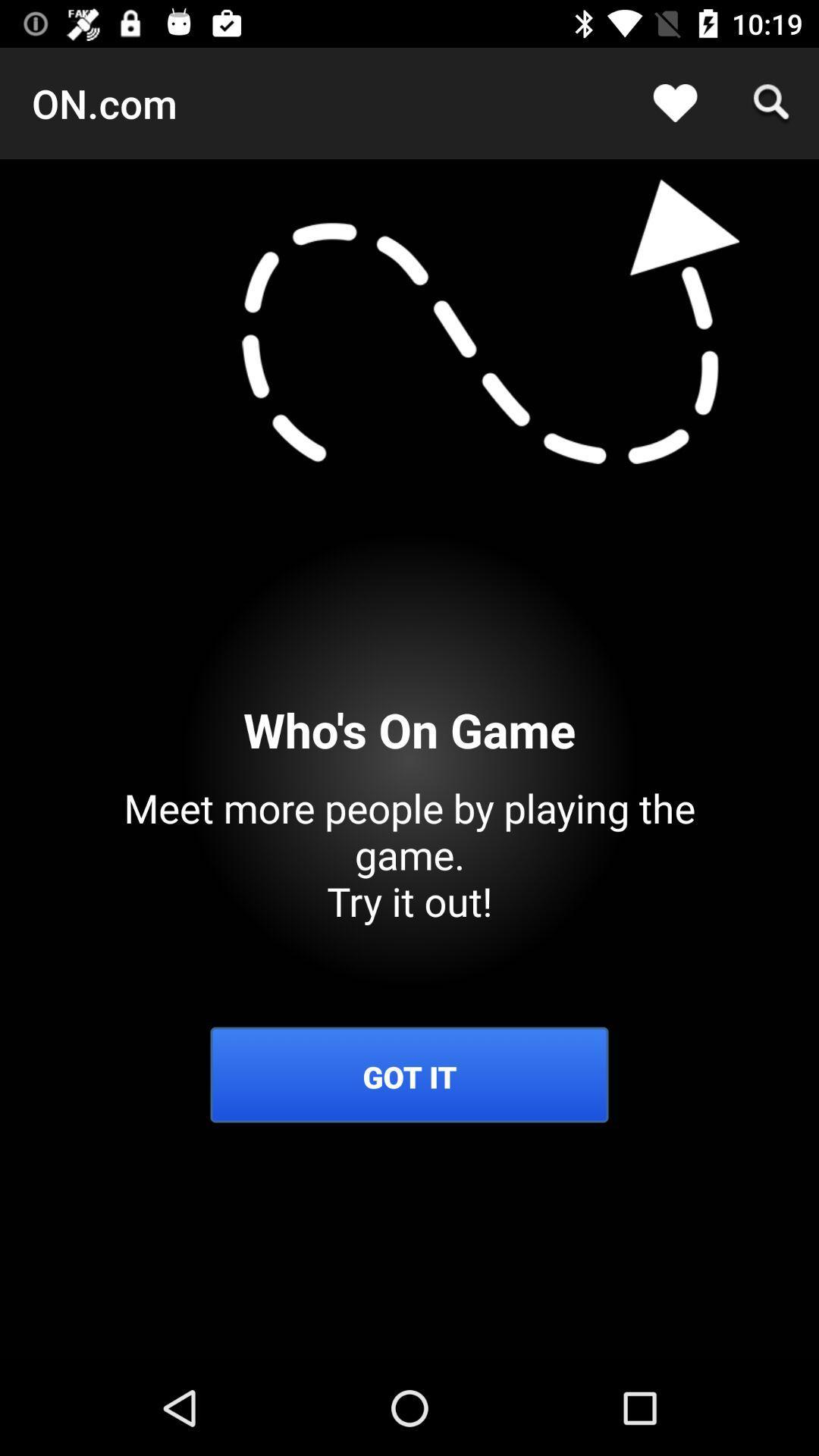 The height and width of the screenshot is (1456, 819). What do you see at coordinates (409, 1076) in the screenshot?
I see `the got it icon` at bounding box center [409, 1076].